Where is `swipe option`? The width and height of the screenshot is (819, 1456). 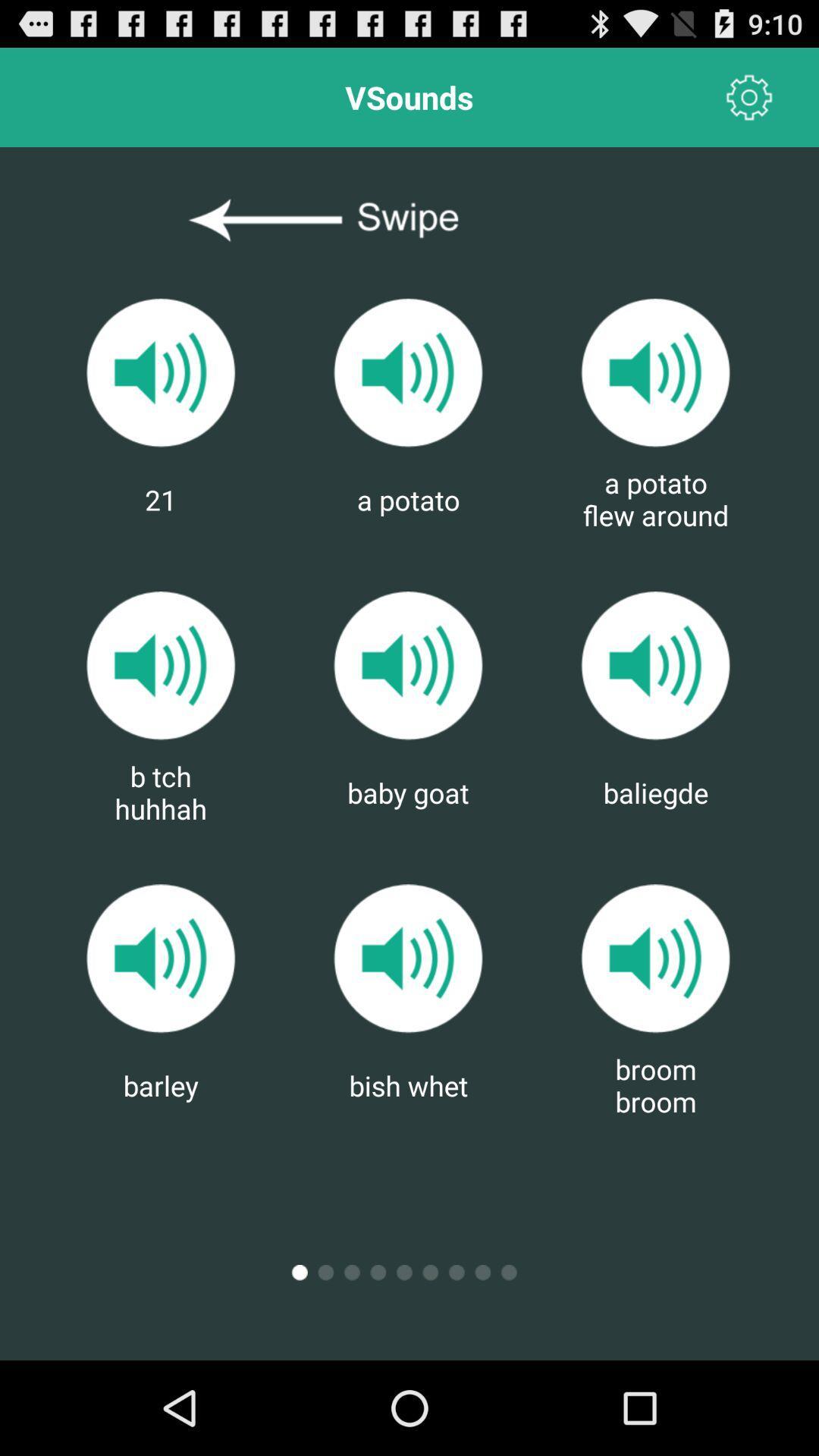
swipe option is located at coordinates (408, 220).